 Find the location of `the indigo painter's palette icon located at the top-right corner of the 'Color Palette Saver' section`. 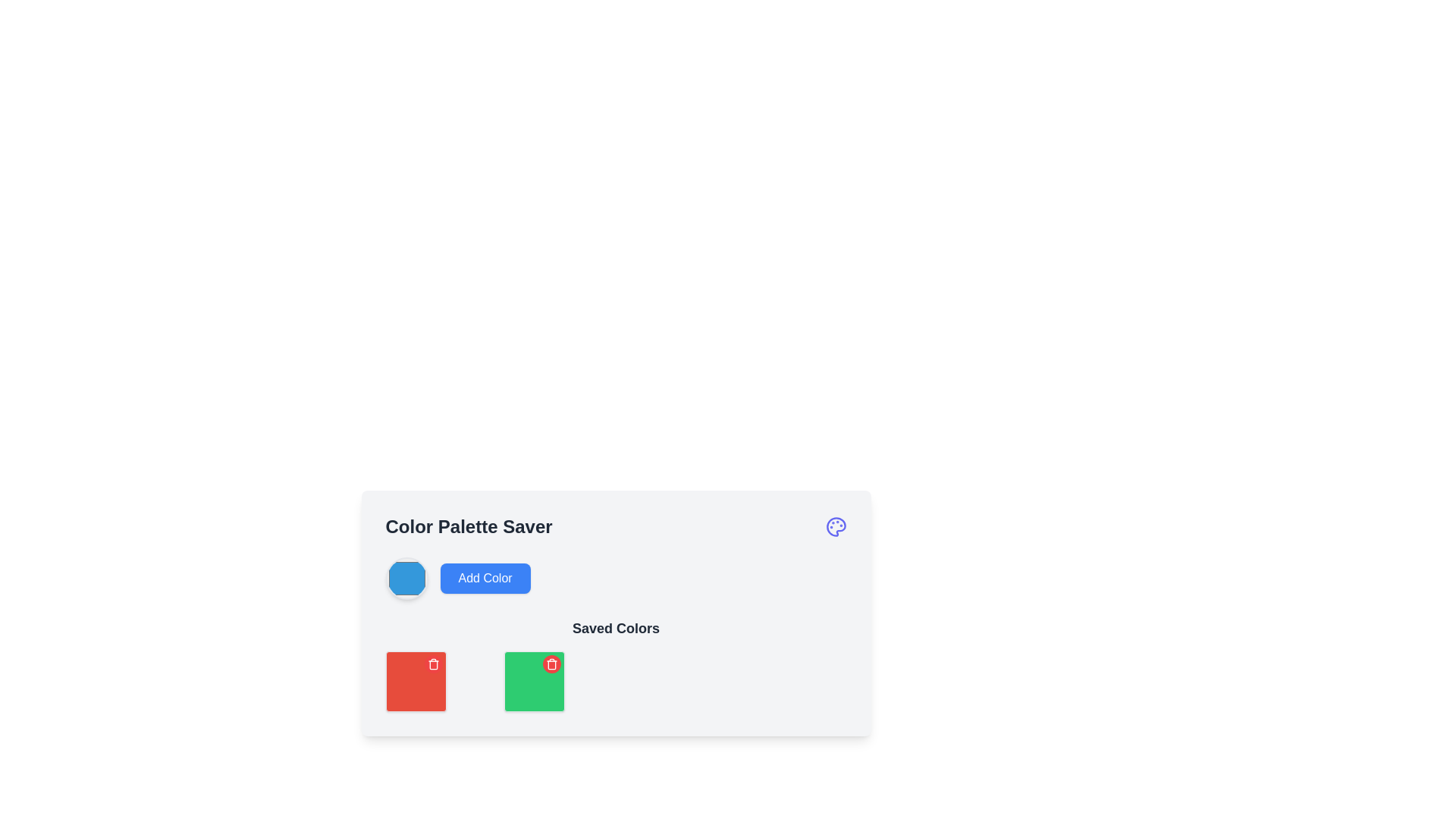

the indigo painter's palette icon located at the top-right corner of the 'Color Palette Saver' section is located at coordinates (835, 526).